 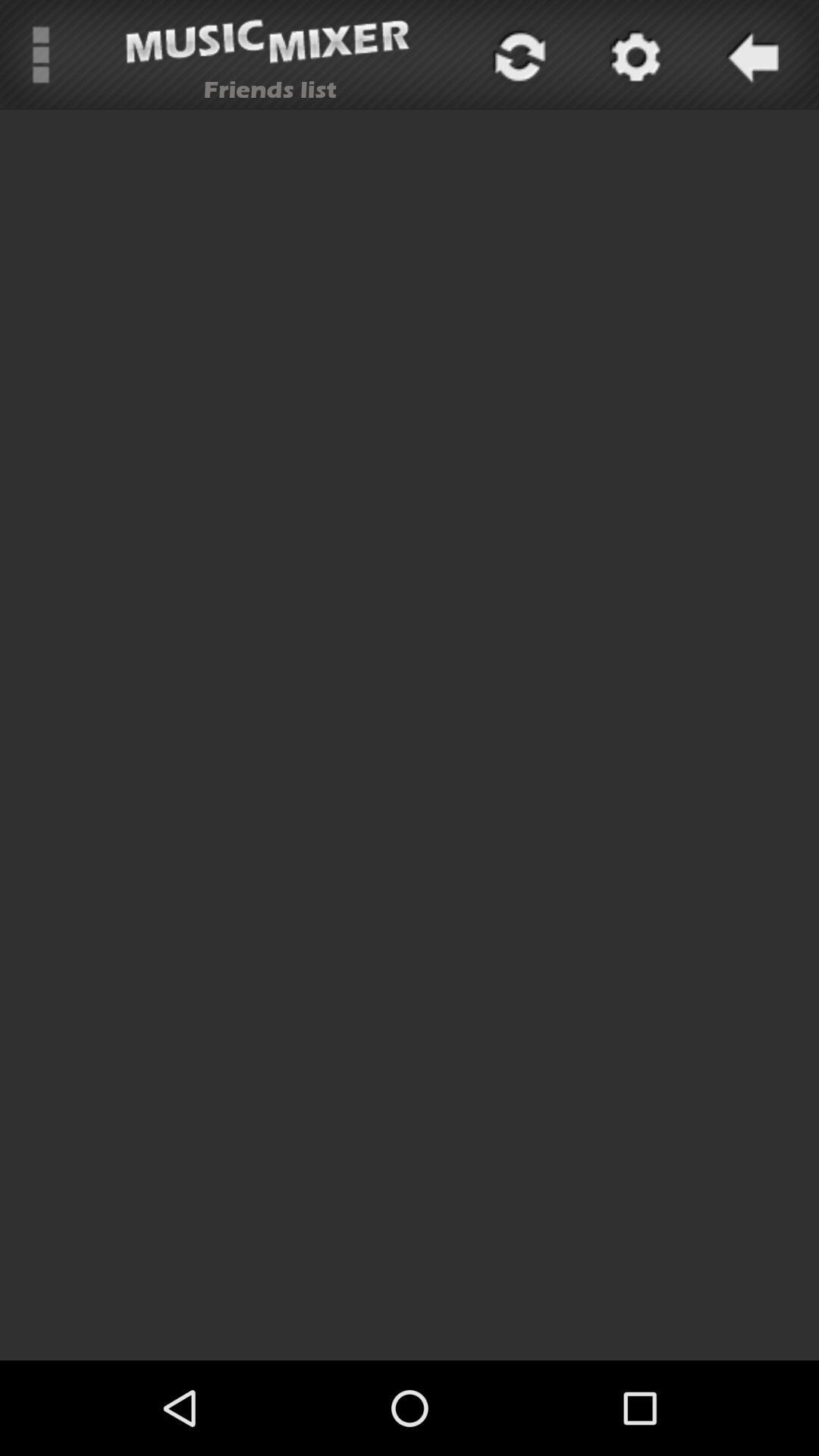 I want to click on settings, so click(x=633, y=55).